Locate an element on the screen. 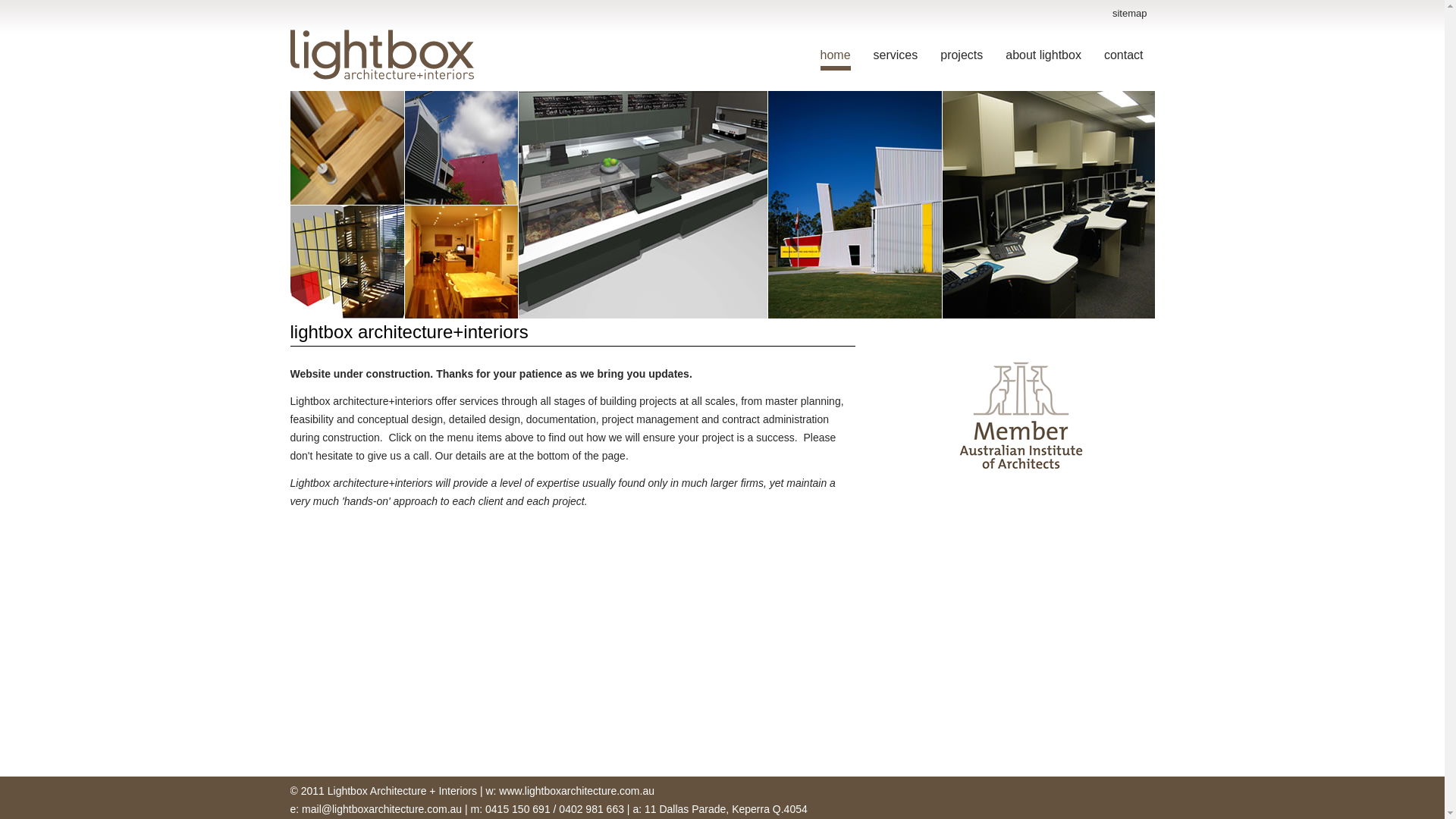 Image resolution: width=1456 pixels, height=819 pixels. 'home' is located at coordinates (835, 57).